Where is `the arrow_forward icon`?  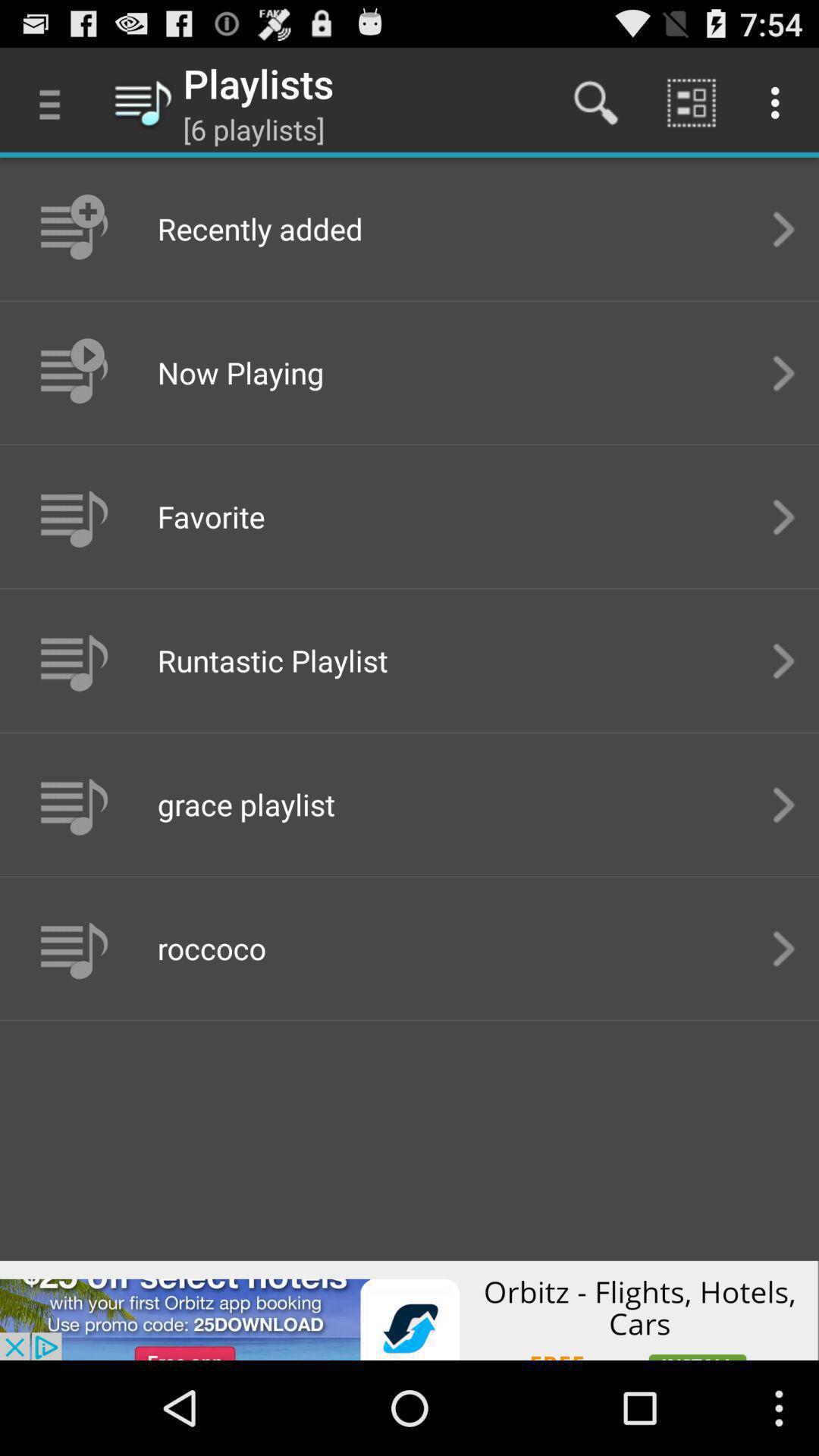
the arrow_forward icon is located at coordinates (753, 1015).